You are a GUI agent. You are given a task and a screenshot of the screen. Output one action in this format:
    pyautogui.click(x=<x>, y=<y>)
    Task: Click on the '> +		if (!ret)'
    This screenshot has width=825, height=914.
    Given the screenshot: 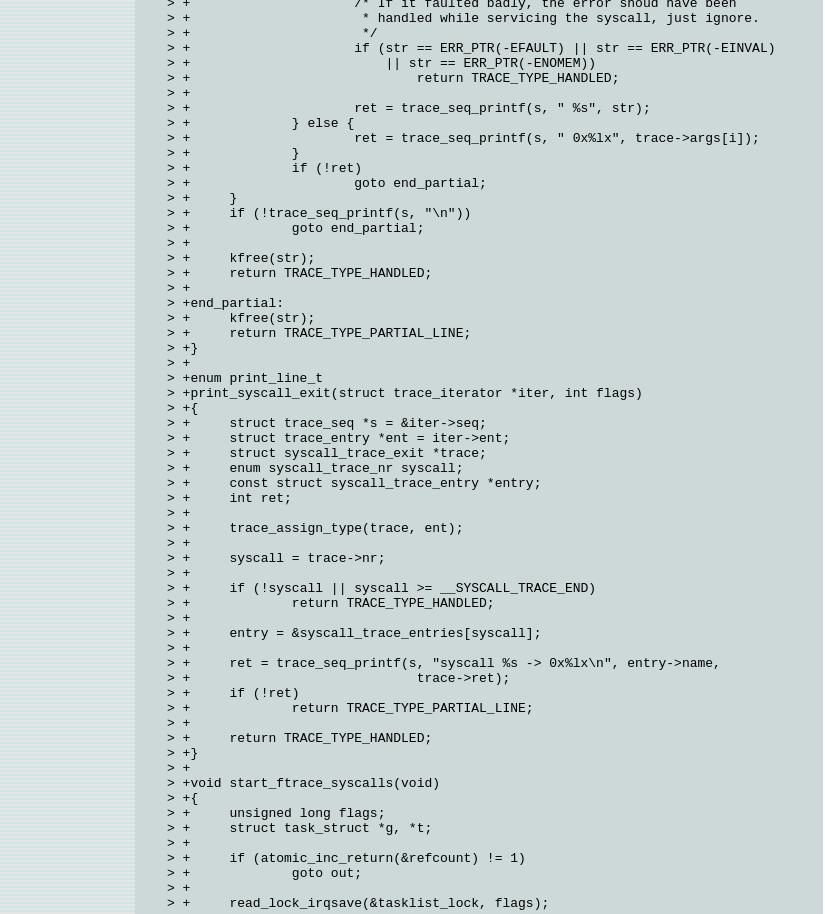 What is the action you would take?
    pyautogui.click(x=263, y=167)
    